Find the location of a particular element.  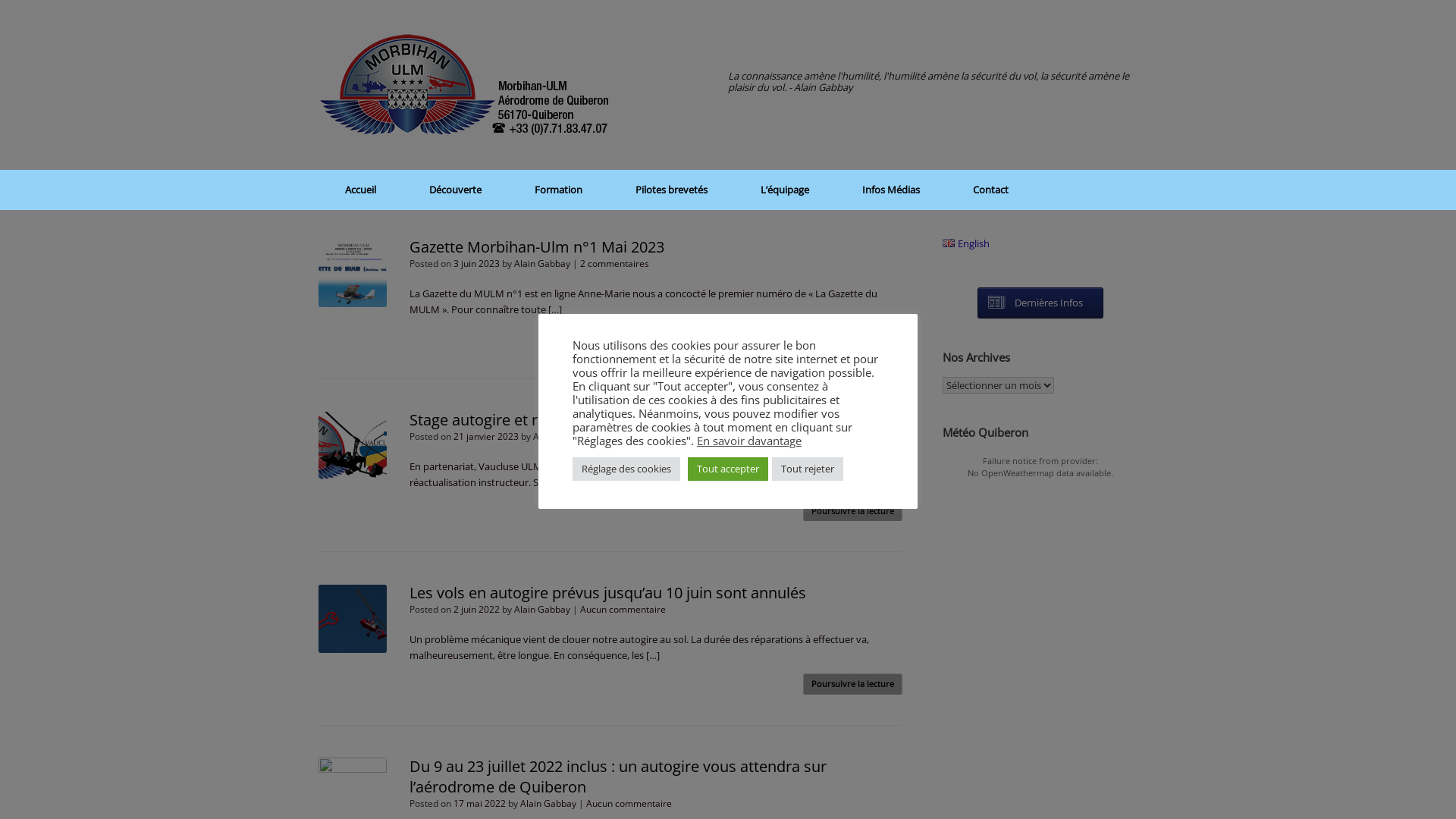

'Aucun commentaire' is located at coordinates (623, 608).